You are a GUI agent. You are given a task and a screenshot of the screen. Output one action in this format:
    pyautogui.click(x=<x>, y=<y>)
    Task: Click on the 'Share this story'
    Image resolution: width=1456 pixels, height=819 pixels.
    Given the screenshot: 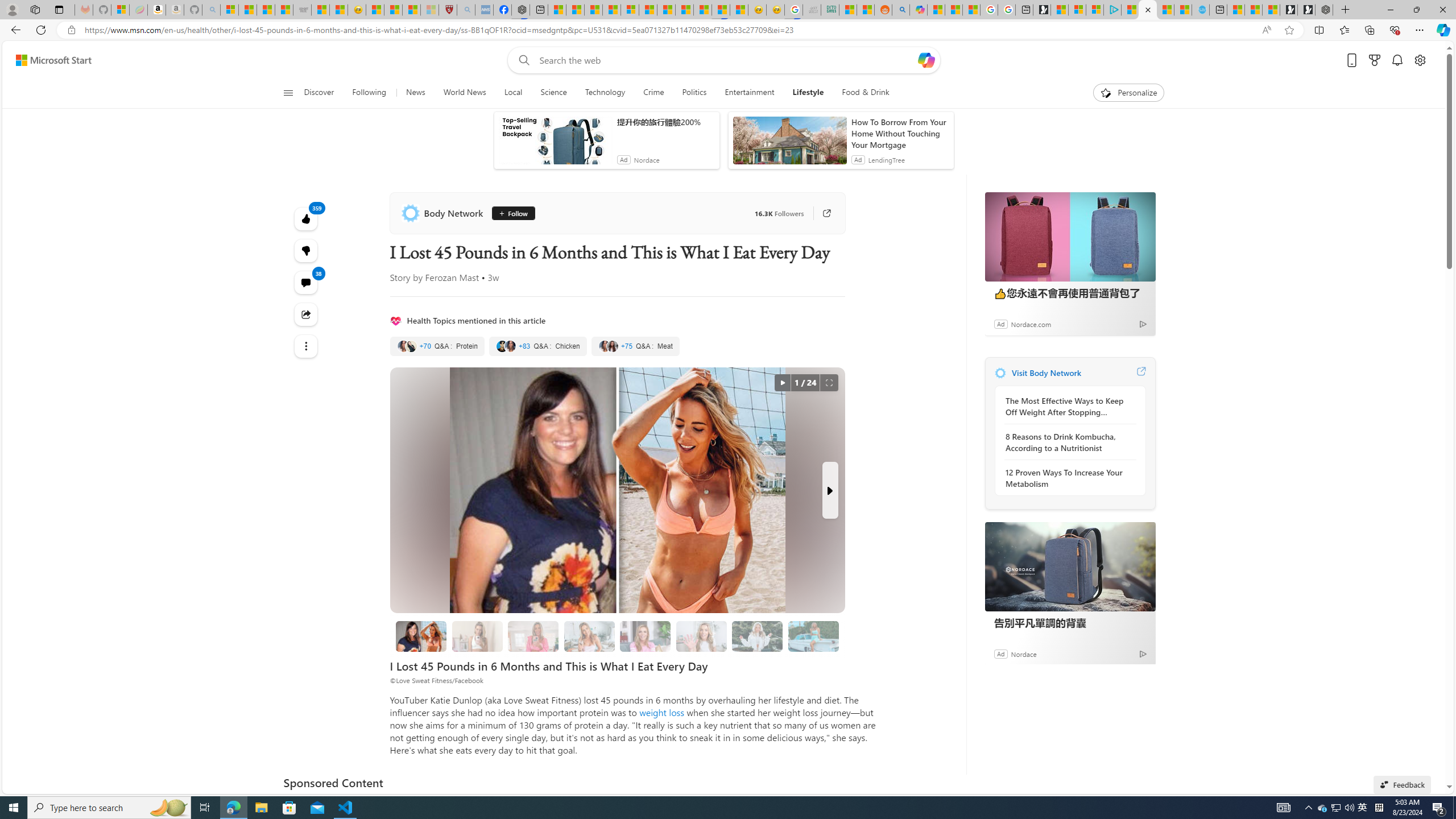 What is the action you would take?
    pyautogui.click(x=305, y=313)
    